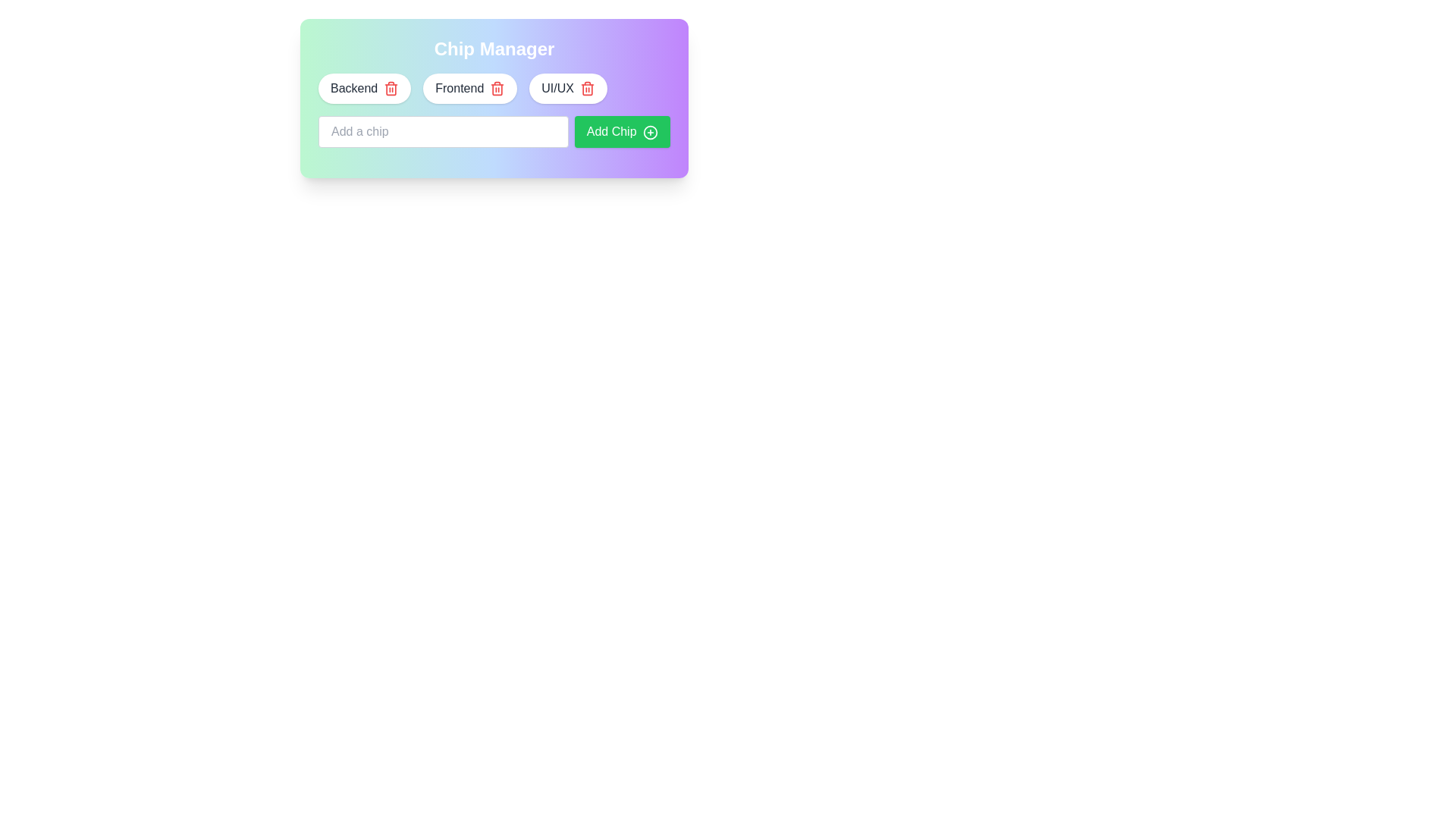  Describe the element at coordinates (391, 88) in the screenshot. I see `the delete icon button located at the right end of the 'Backend' chip` at that location.